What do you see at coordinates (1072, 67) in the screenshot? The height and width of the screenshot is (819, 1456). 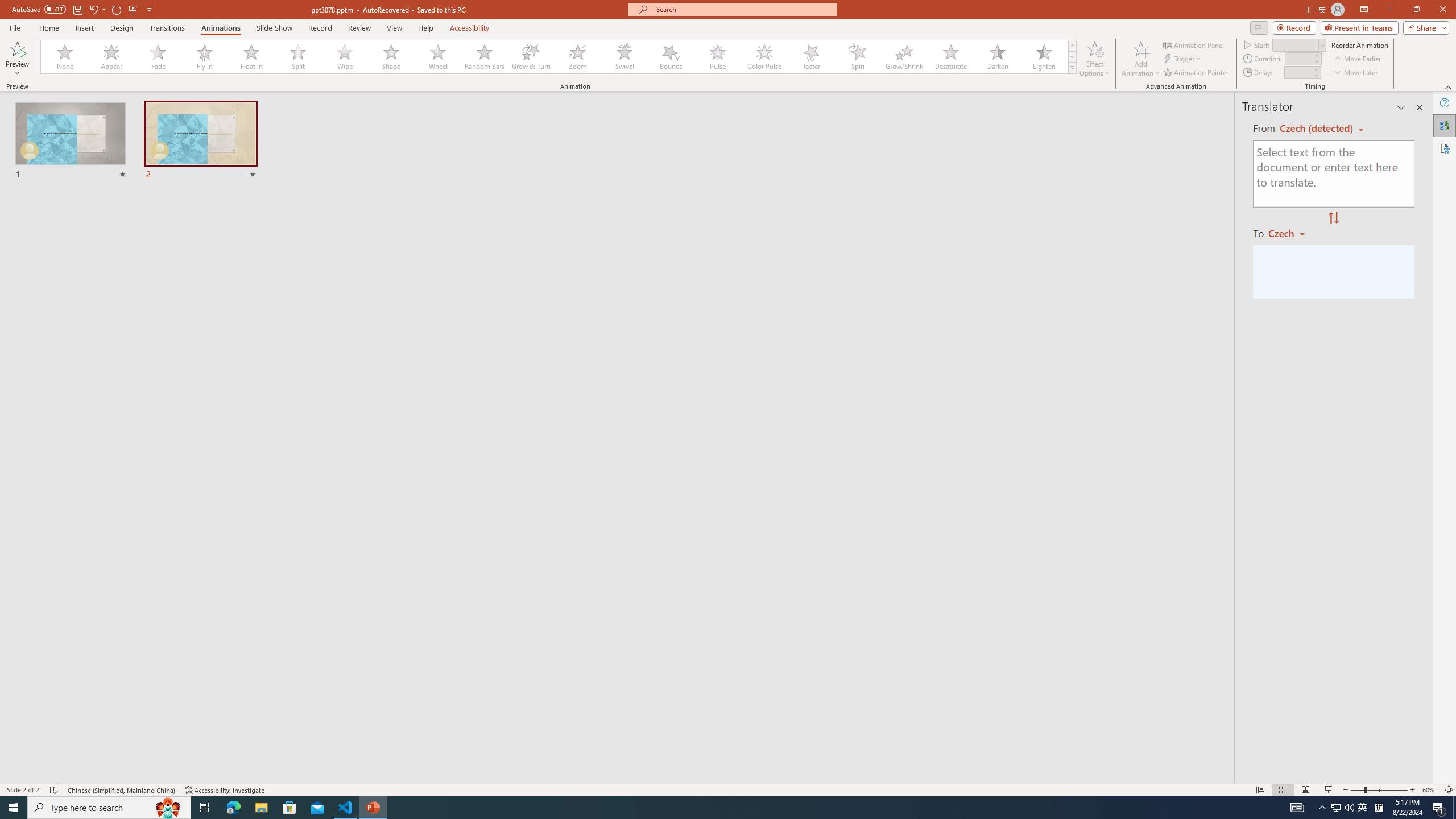 I see `'Animation Styles'` at bounding box center [1072, 67].